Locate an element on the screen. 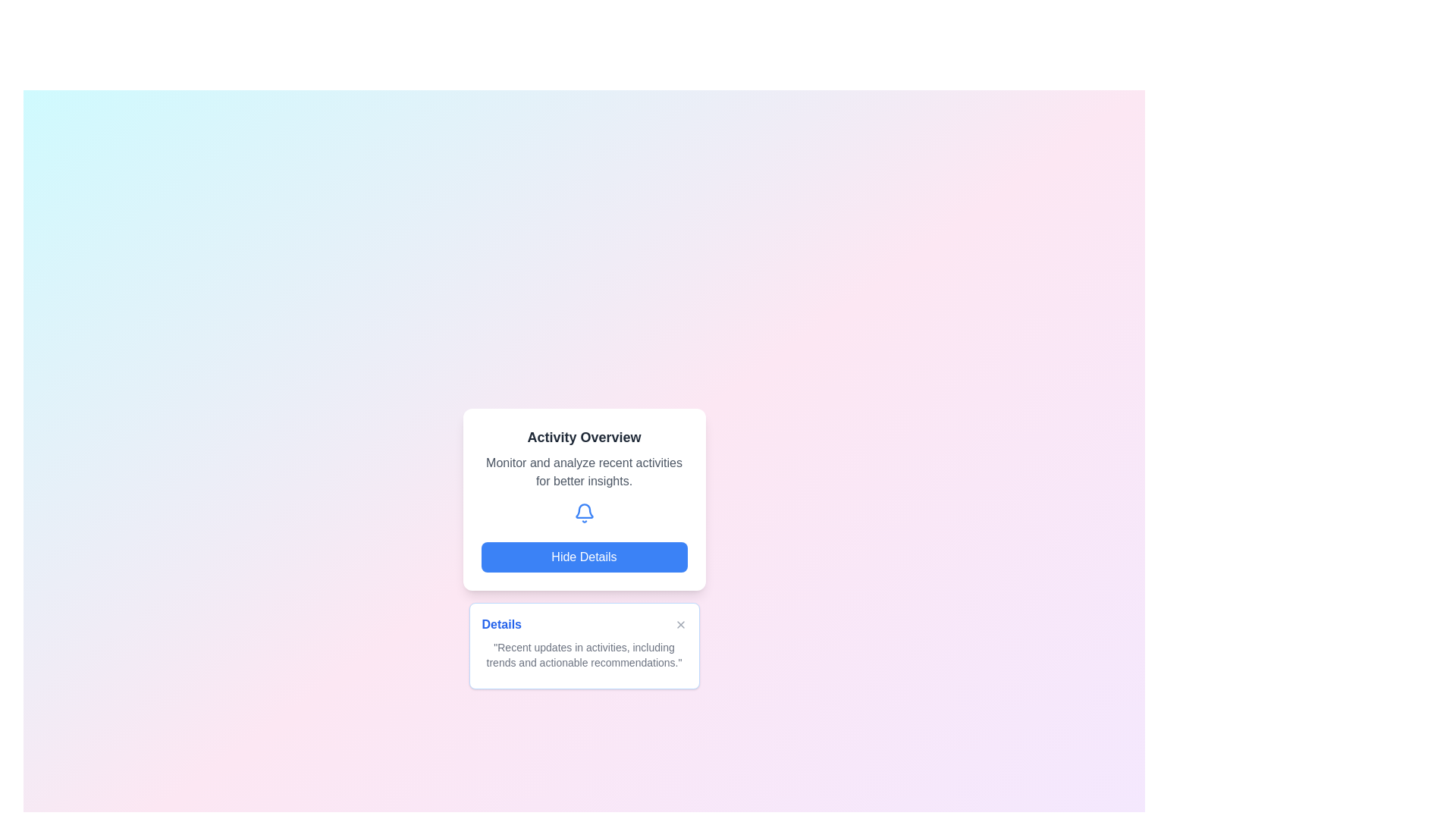  the blue rounded rectangular button labeled 'Hide Details' to trigger hover effects is located at coordinates (583, 557).